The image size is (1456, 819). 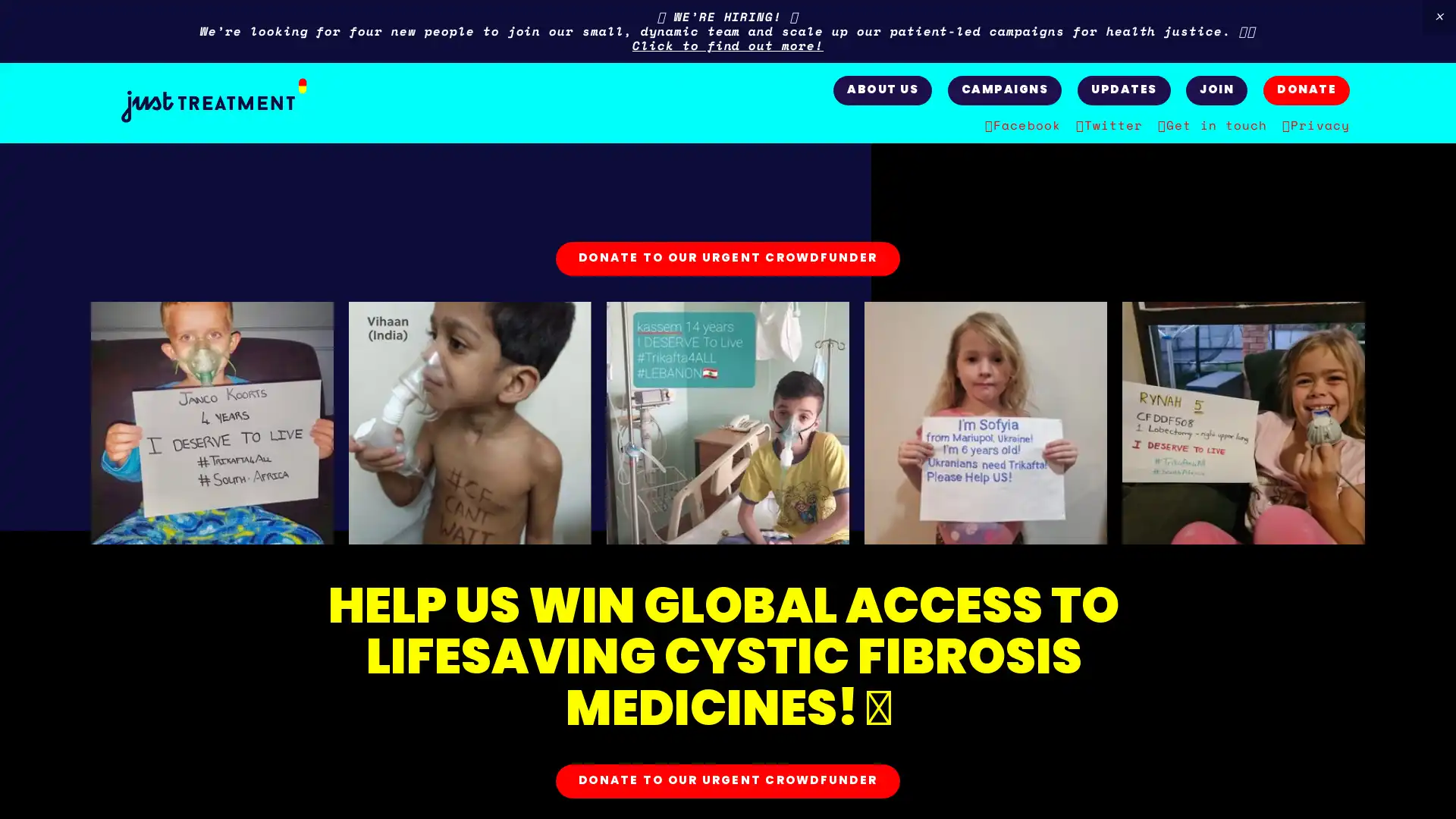 What do you see at coordinates (943, 284) in the screenshot?
I see `Close` at bounding box center [943, 284].